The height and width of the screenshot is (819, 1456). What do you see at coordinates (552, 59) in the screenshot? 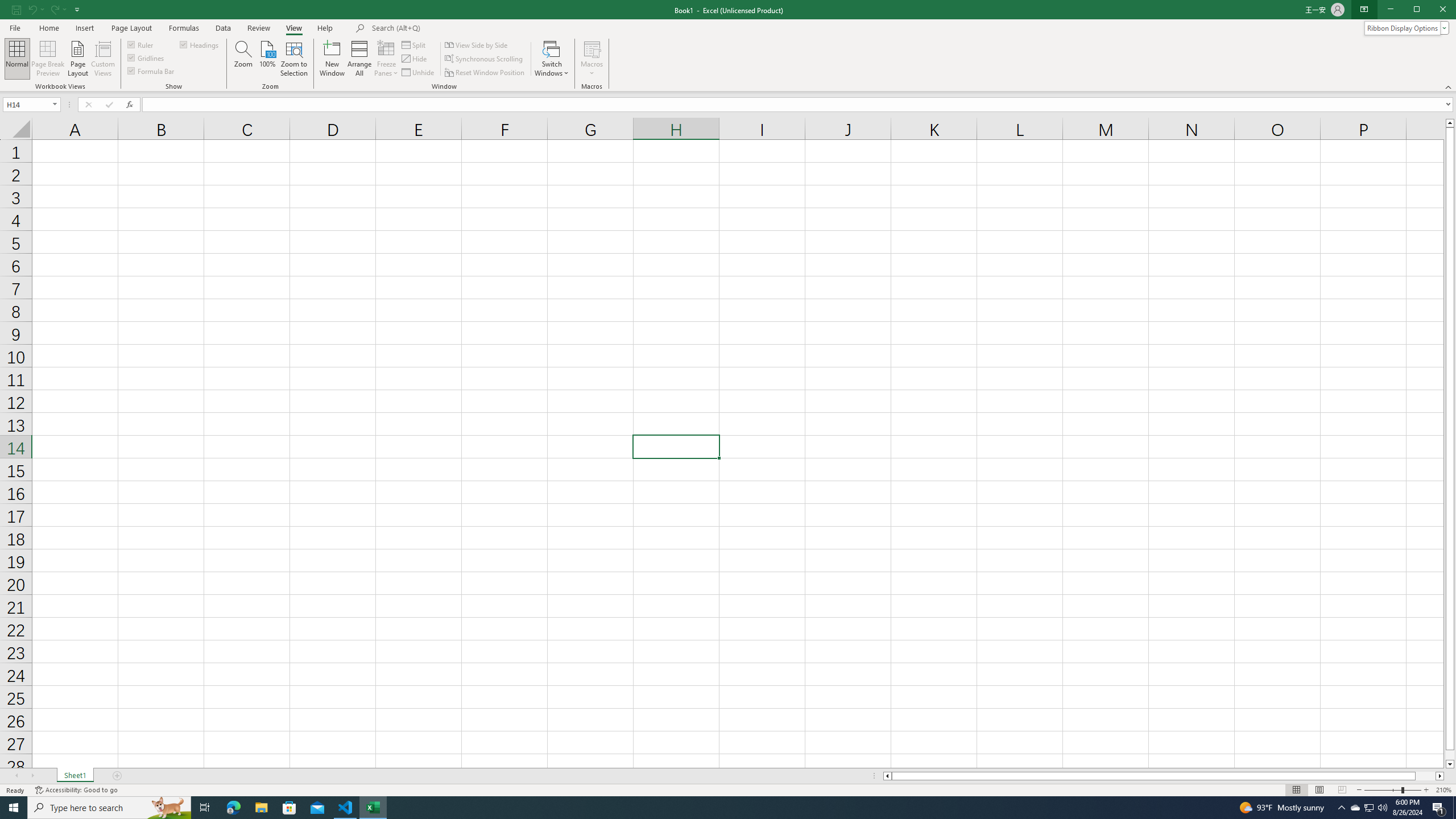
I see `'Switch Windows'` at bounding box center [552, 59].